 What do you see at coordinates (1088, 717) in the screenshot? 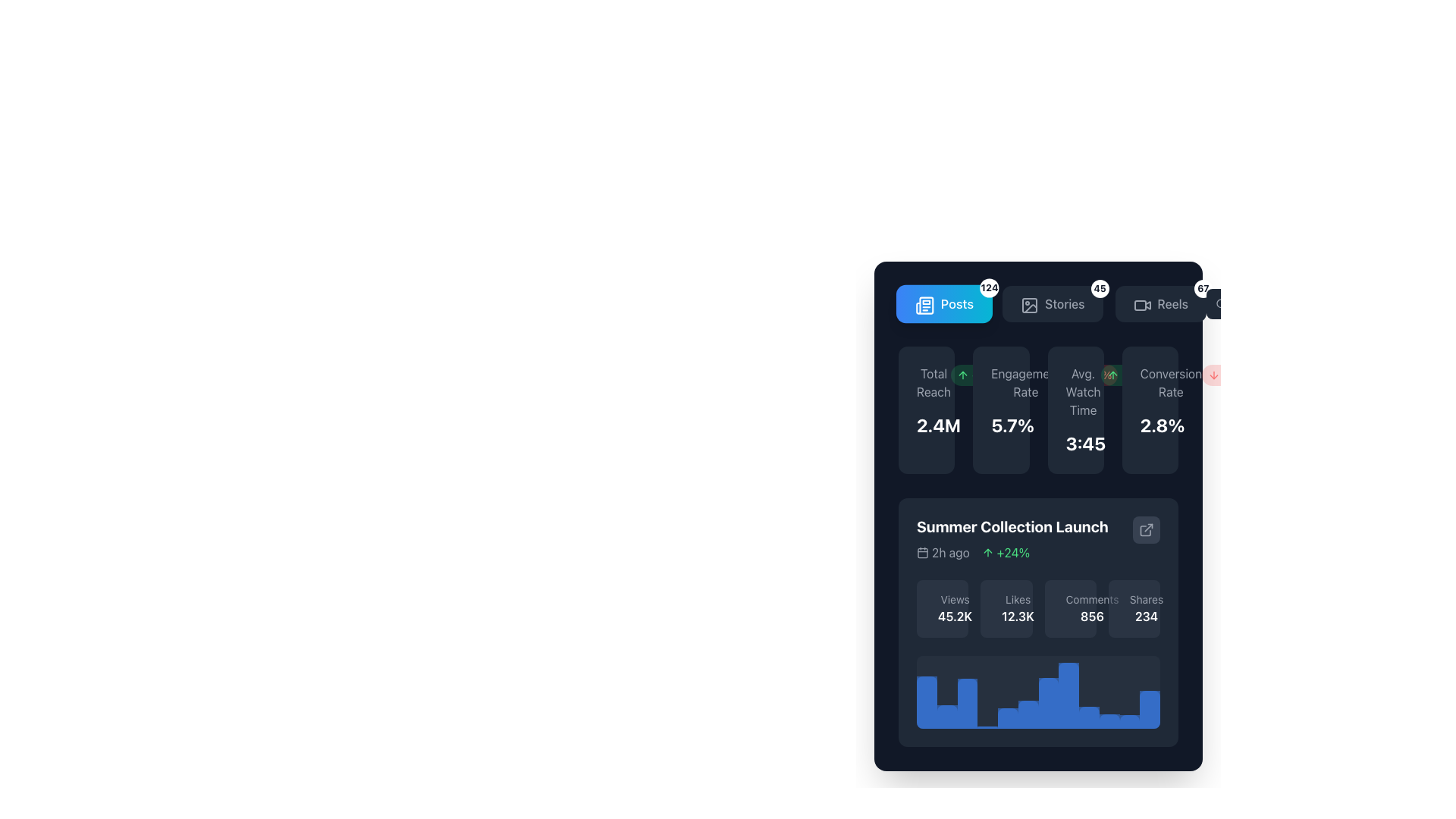
I see `9th bar from the left in the bar chart located in the lower section of the 'Summer Collection Launch' card for displayed data` at bounding box center [1088, 717].